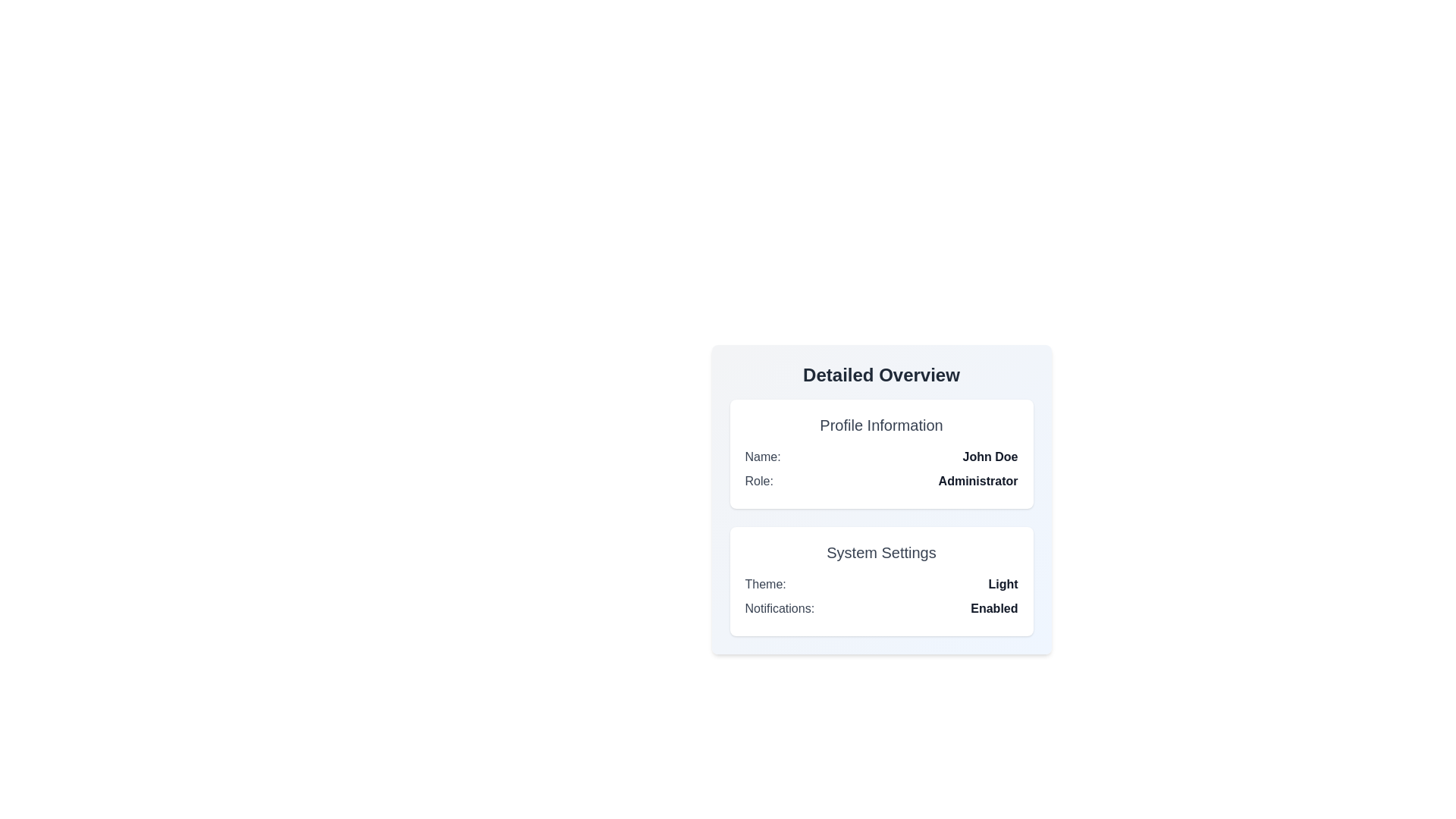 Image resolution: width=1456 pixels, height=819 pixels. Describe the element at coordinates (881, 584) in the screenshot. I see `the Labeled value display that shows the setting 'Theme' with the value 'Light' in the 'System Settings' section` at that location.